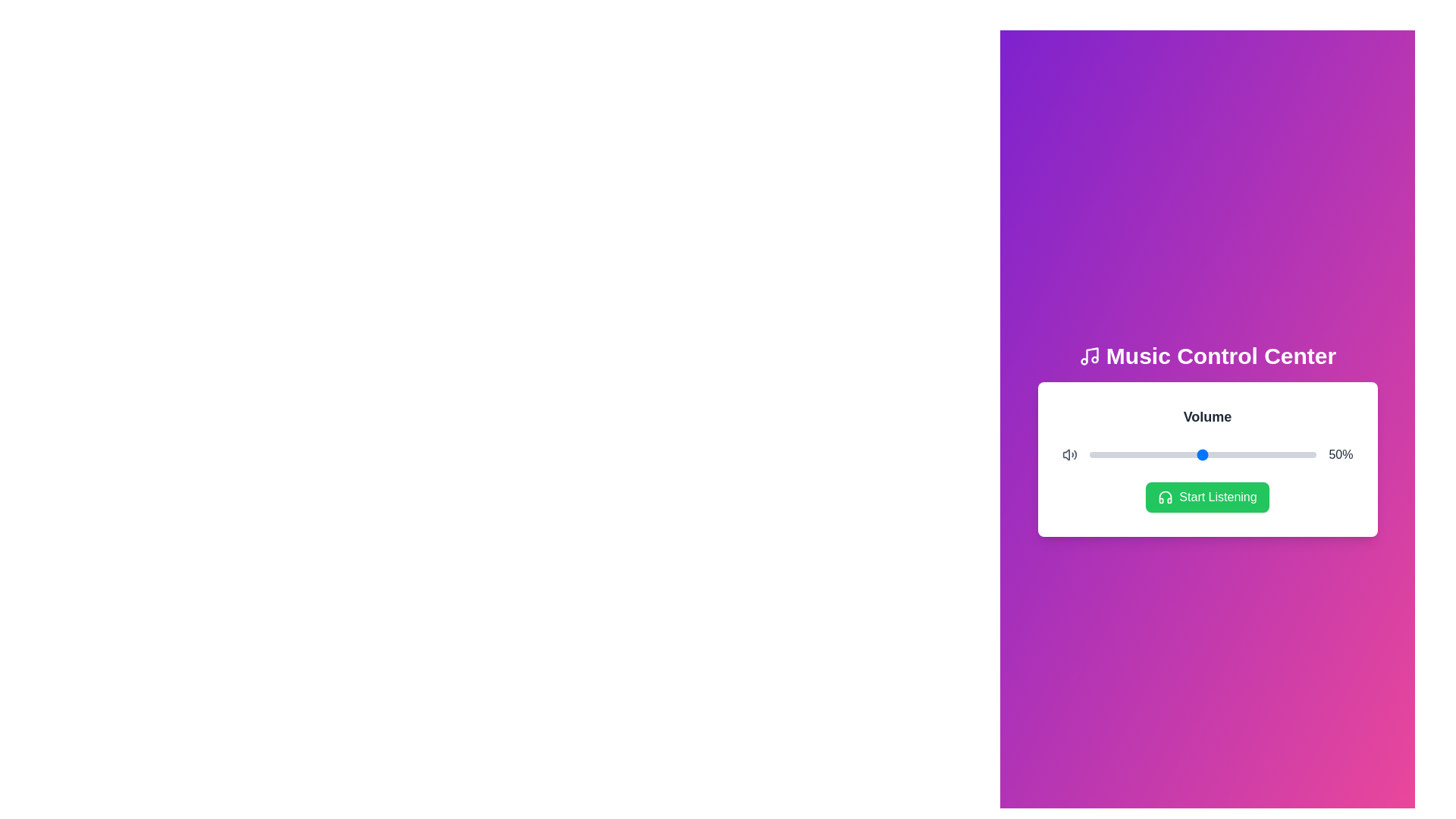 The height and width of the screenshot is (819, 1456). What do you see at coordinates (1166, 454) in the screenshot?
I see `the volume slider to 34%` at bounding box center [1166, 454].